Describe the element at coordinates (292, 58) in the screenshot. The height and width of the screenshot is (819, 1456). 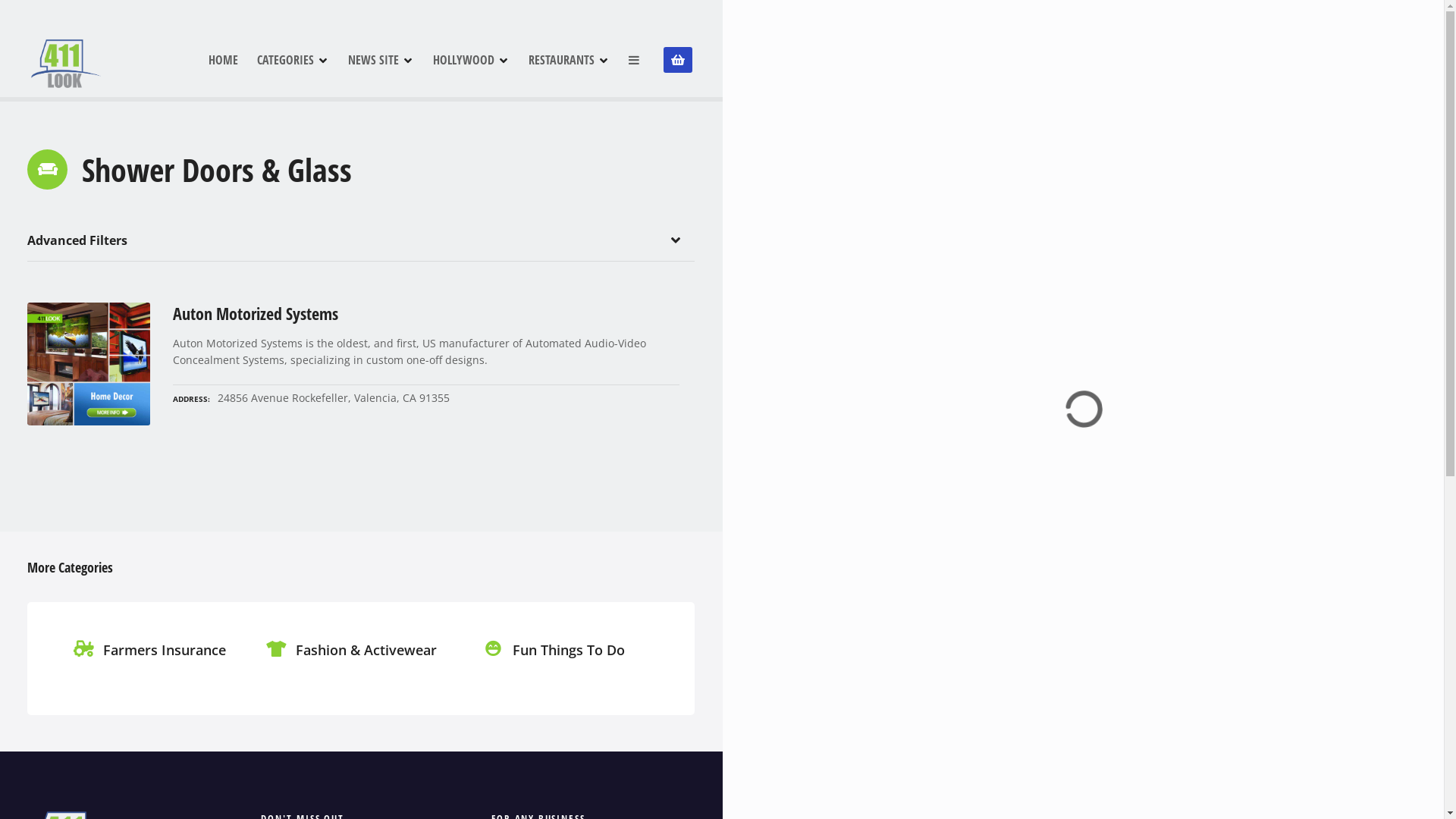
I see `'CATEGORIES'` at that location.